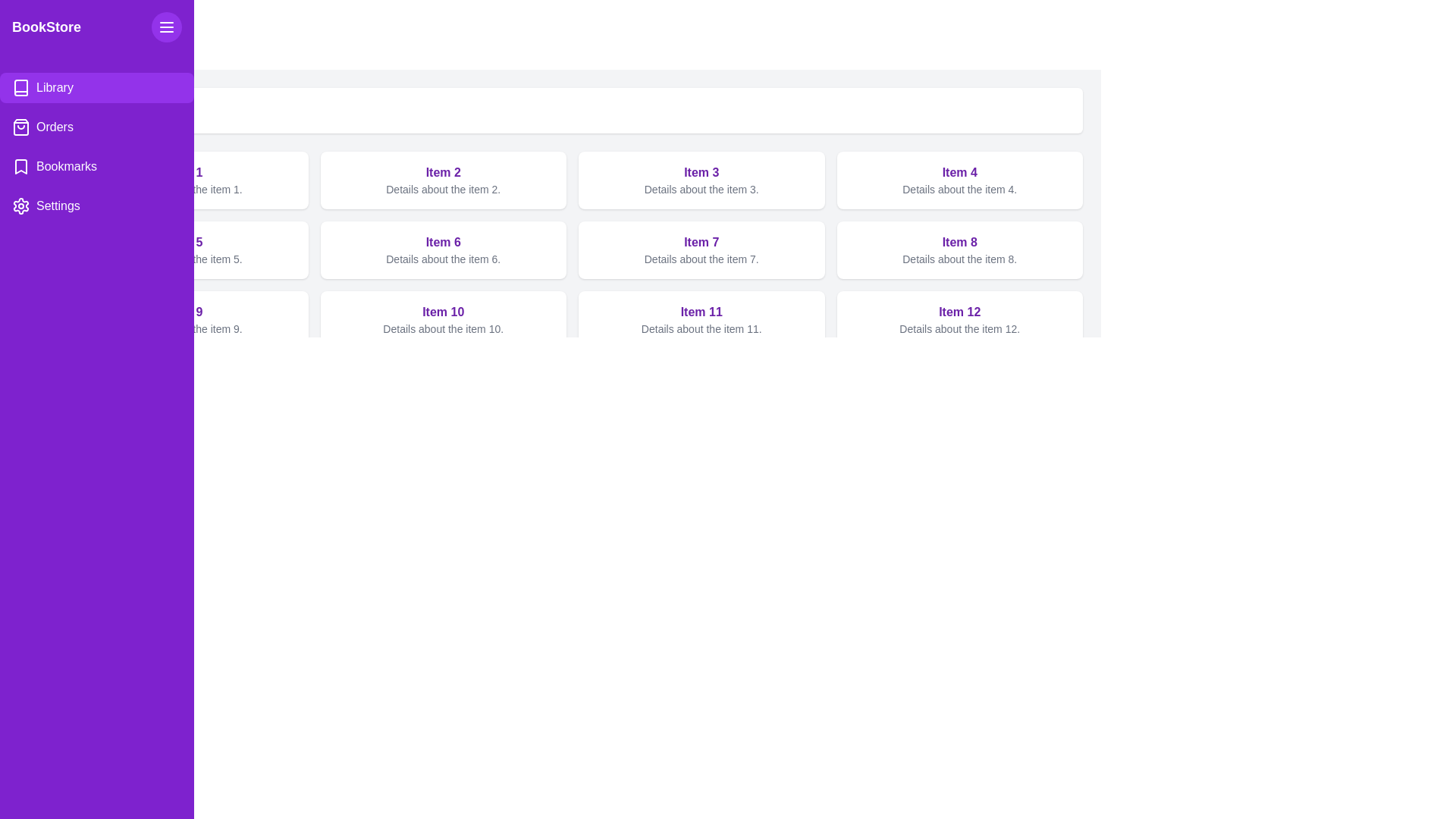  I want to click on the Display Card that shows information about 'Item 11', which is the eleventh card in a grid layout, so click(701, 318).